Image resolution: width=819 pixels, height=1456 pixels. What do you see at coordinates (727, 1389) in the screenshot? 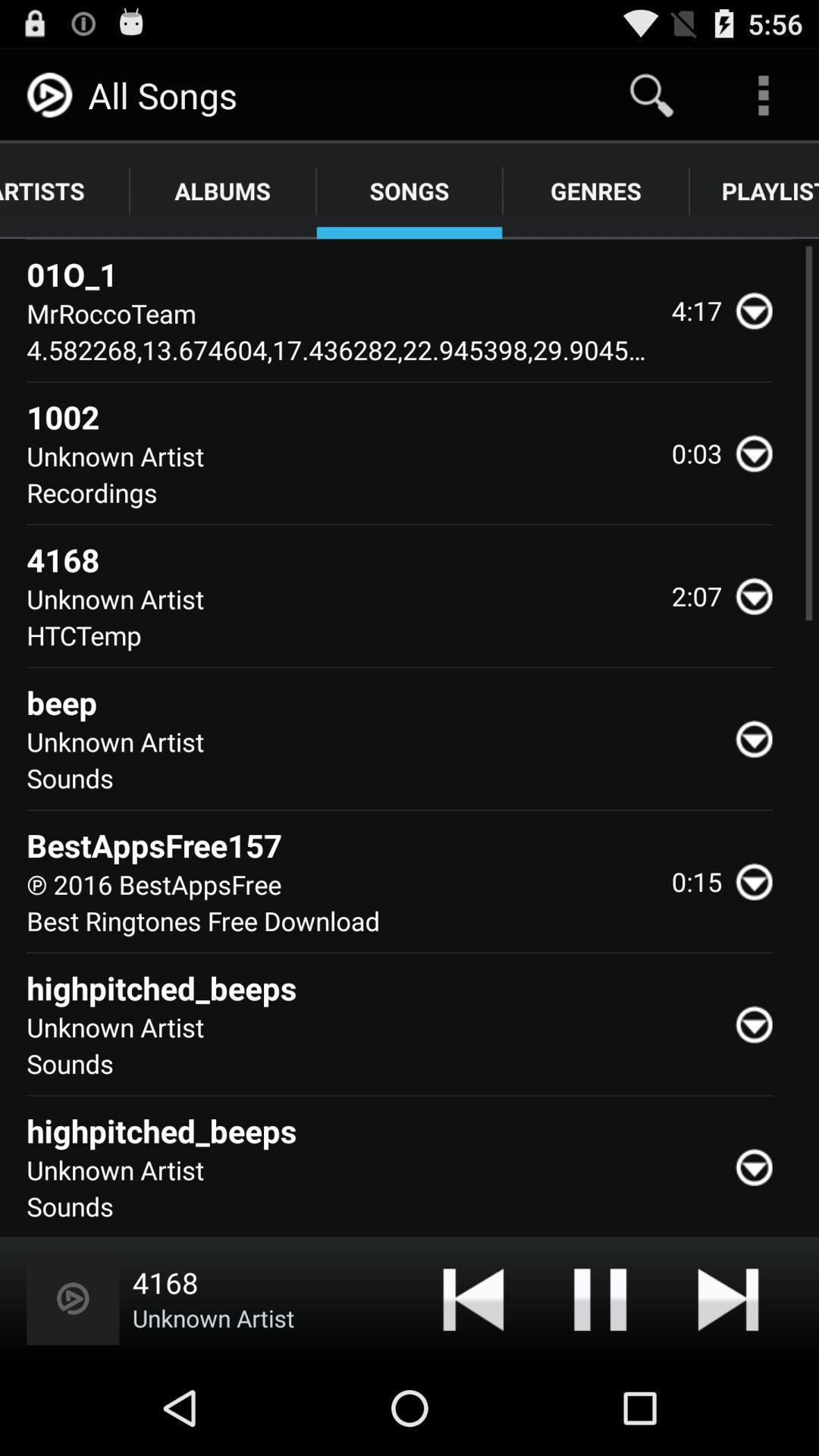
I see `the skip_next icon` at bounding box center [727, 1389].